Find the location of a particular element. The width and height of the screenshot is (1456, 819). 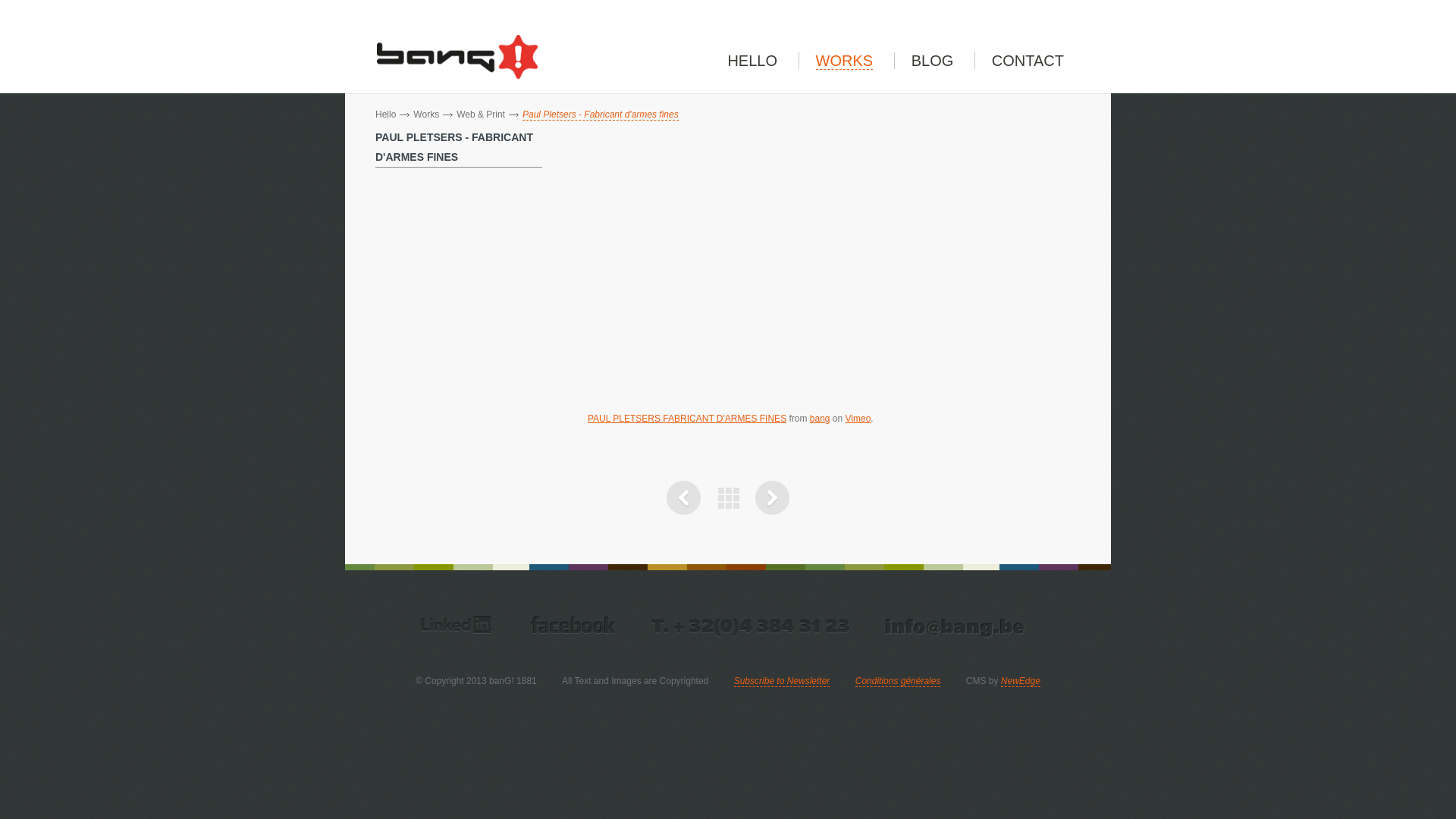

'Works' is located at coordinates (425, 113).